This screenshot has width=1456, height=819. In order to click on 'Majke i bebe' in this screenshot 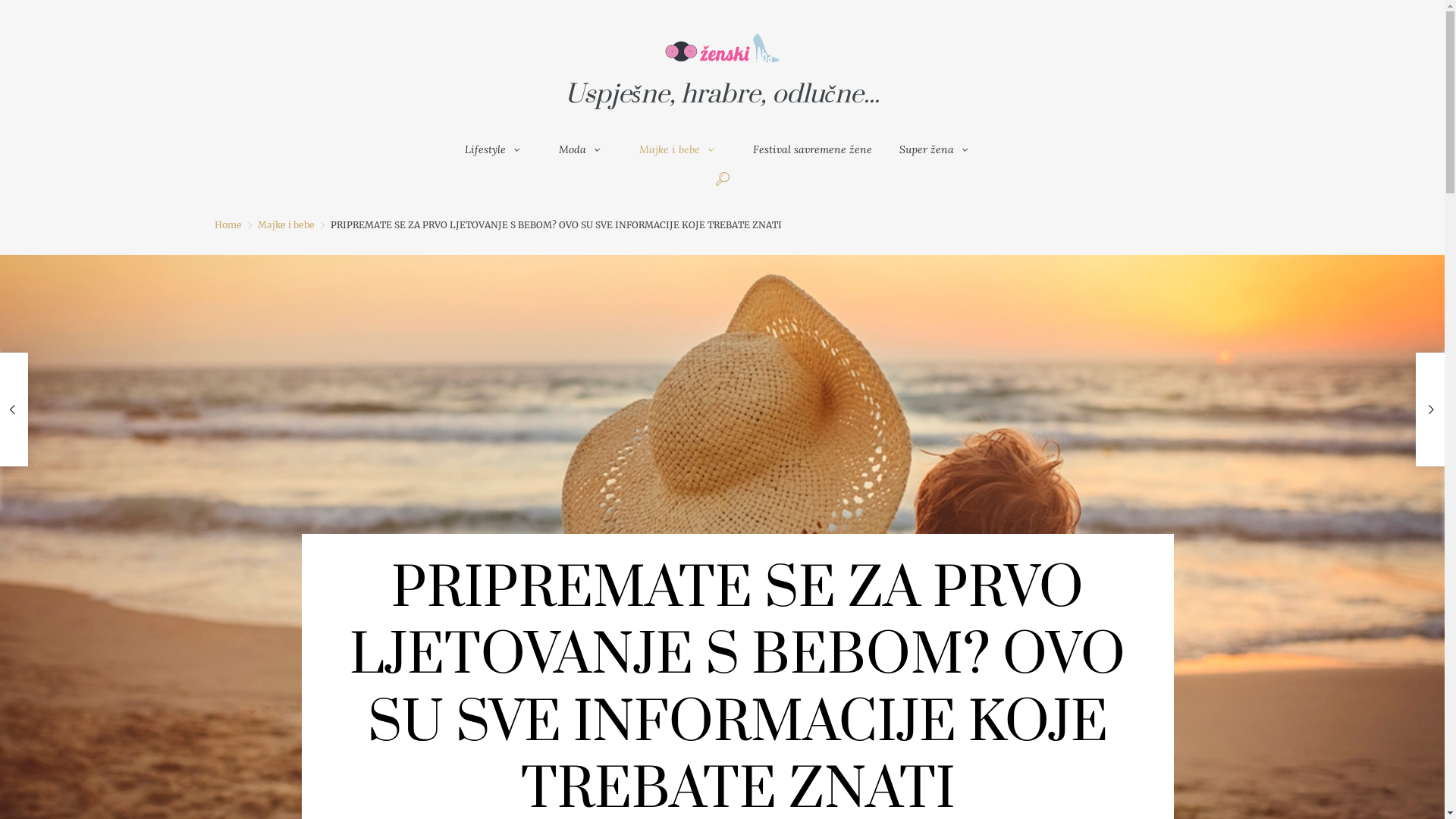, I will do `click(626, 149)`.